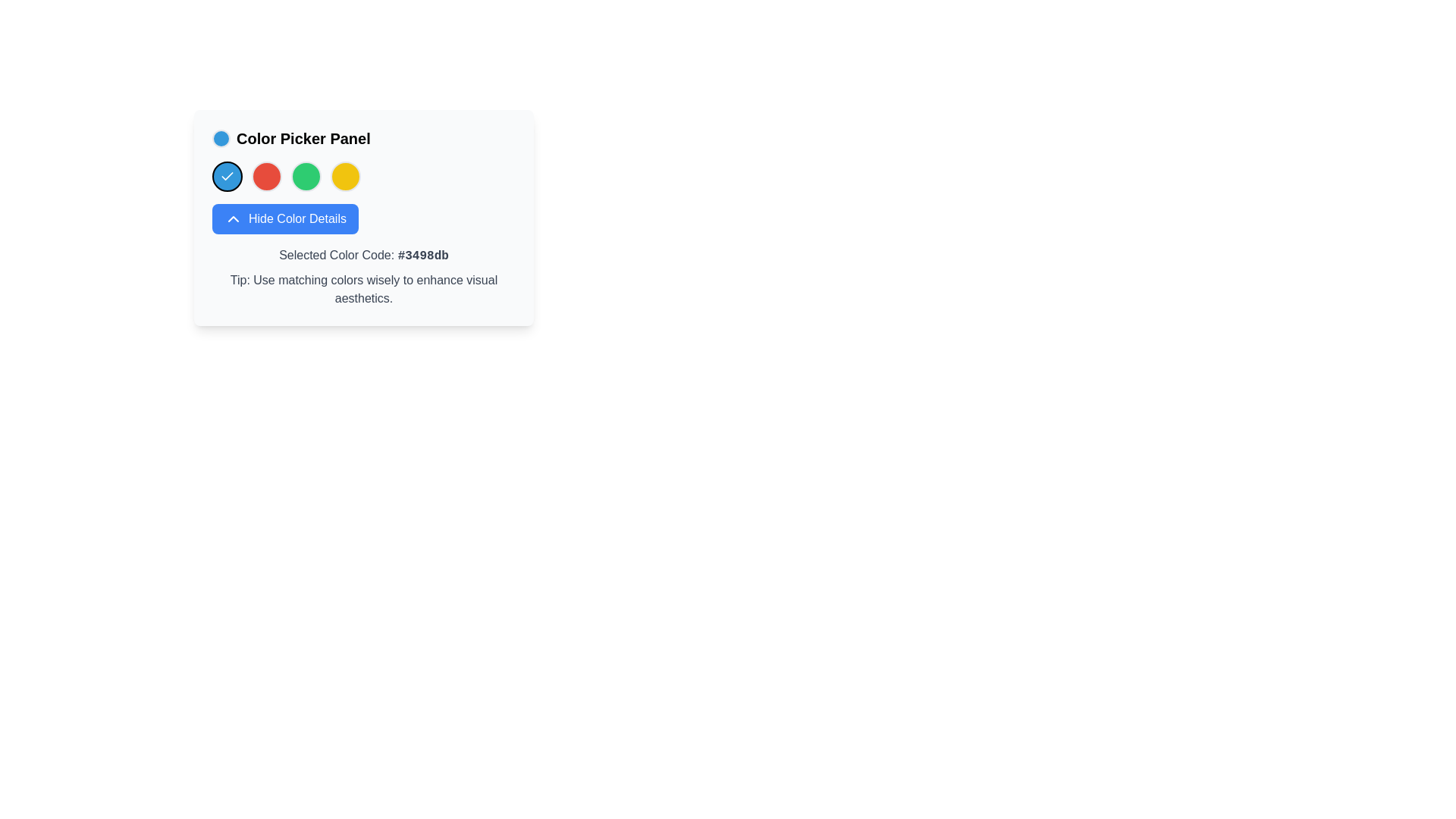  What do you see at coordinates (226, 174) in the screenshot?
I see `the SVG checkmark indicating the selected state for the blue color option in the color picker panel` at bounding box center [226, 174].